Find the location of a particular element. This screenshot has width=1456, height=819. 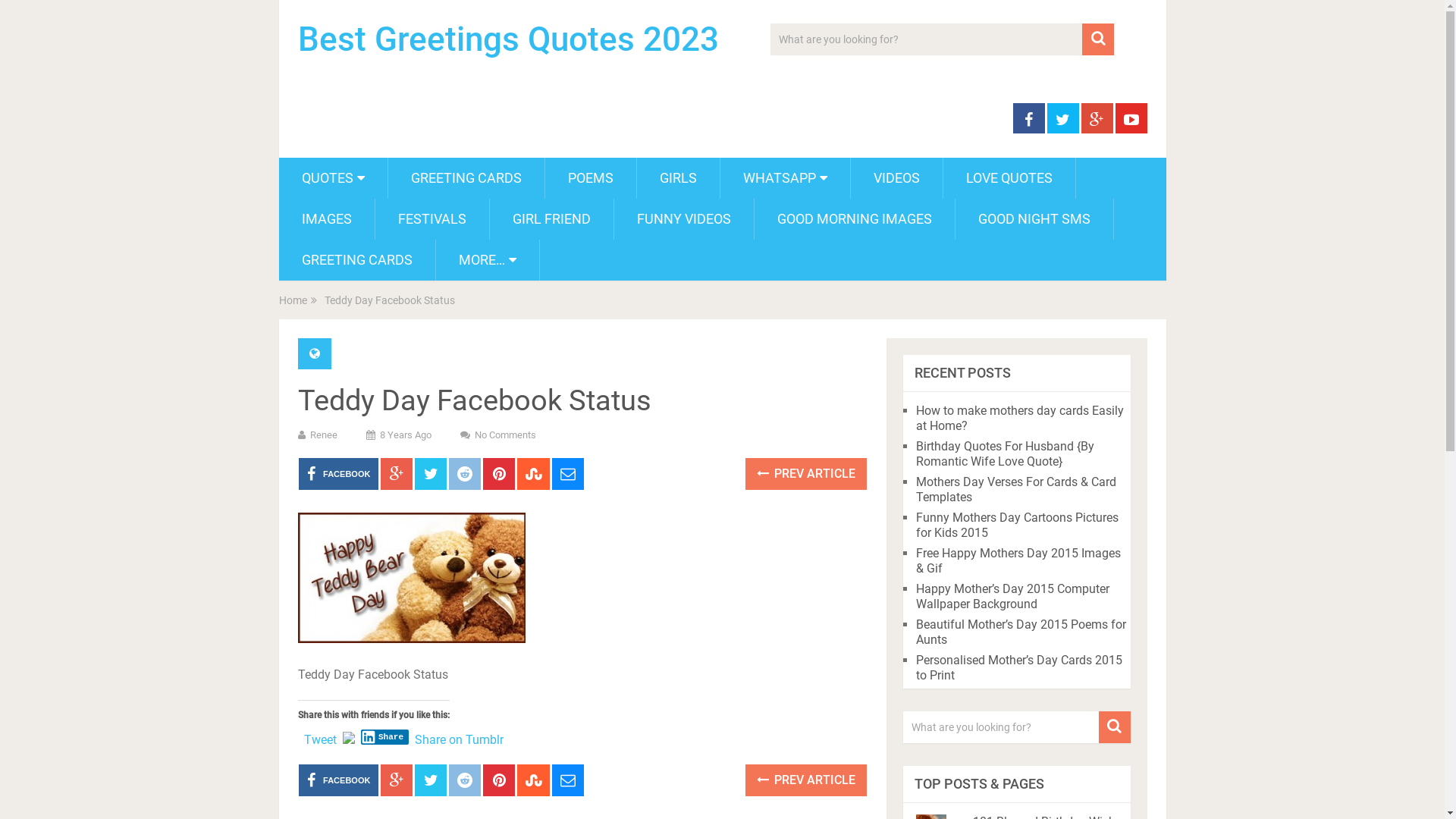

'PREV ARTICLE' is located at coordinates (745, 780).